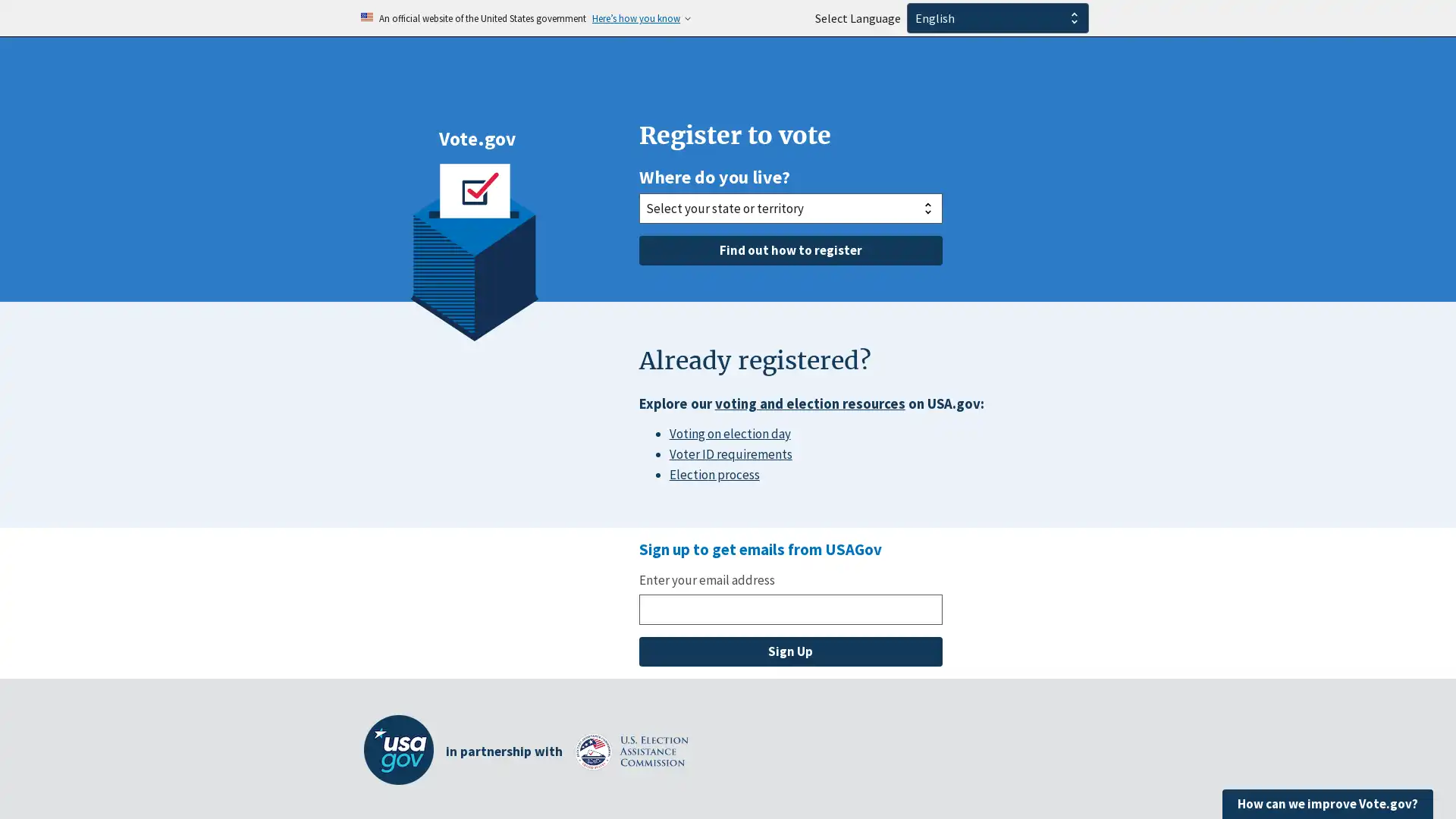  What do you see at coordinates (636, 17) in the screenshot?
I see `Heres how you know` at bounding box center [636, 17].